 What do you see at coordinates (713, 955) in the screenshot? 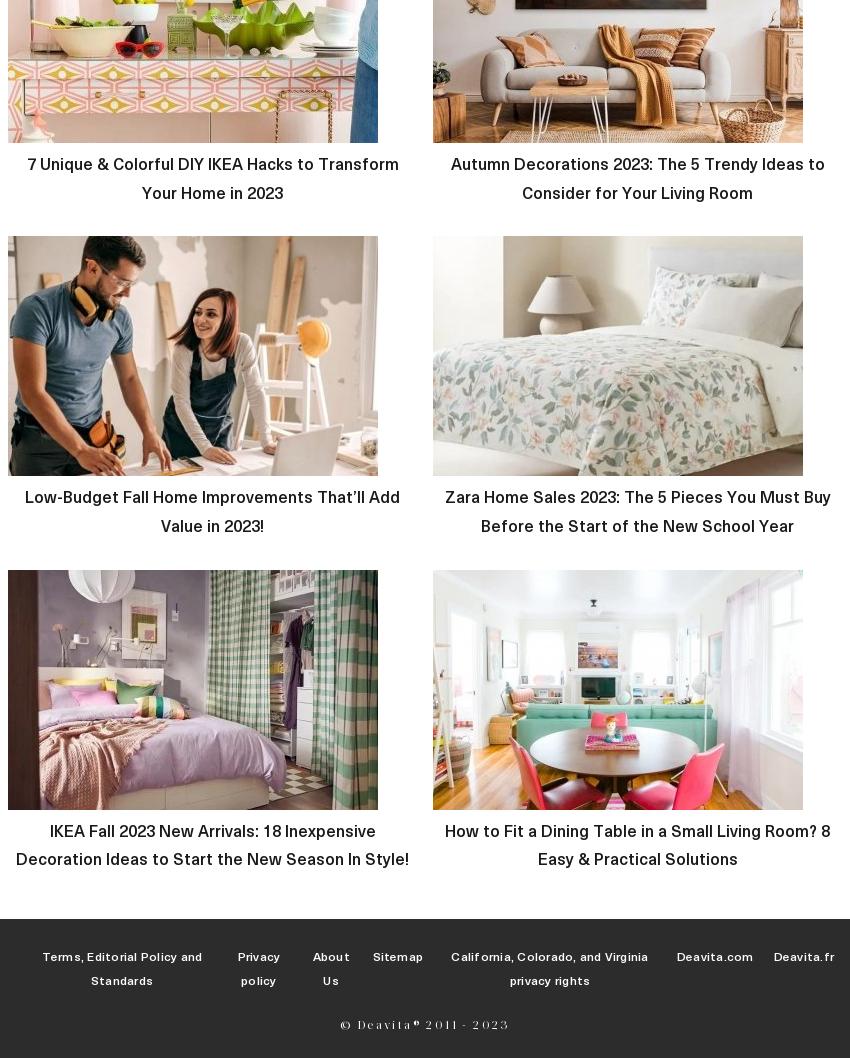
I see `'Deavita.com'` at bounding box center [713, 955].